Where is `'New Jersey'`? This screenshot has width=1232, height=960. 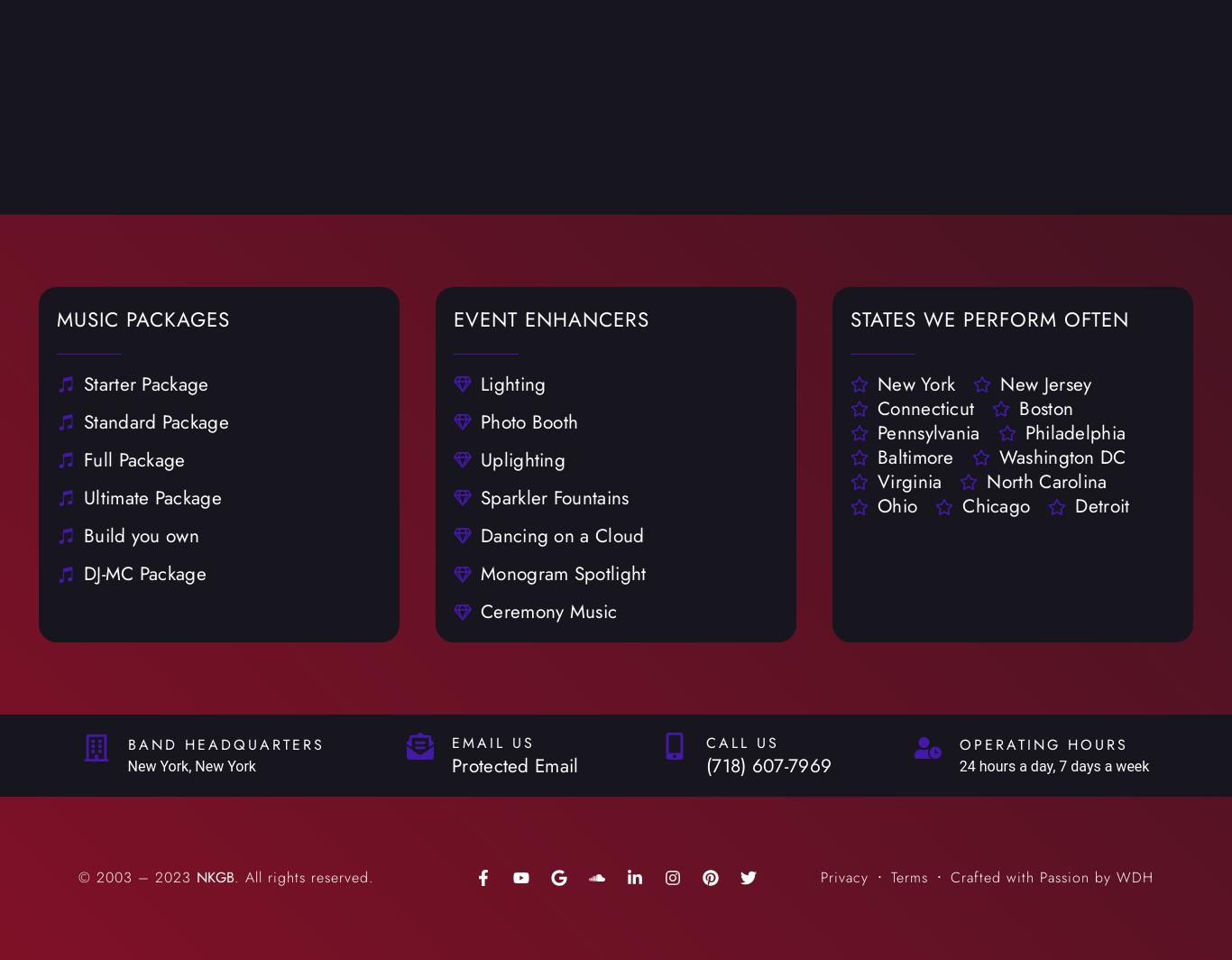 'New Jersey' is located at coordinates (999, 383).